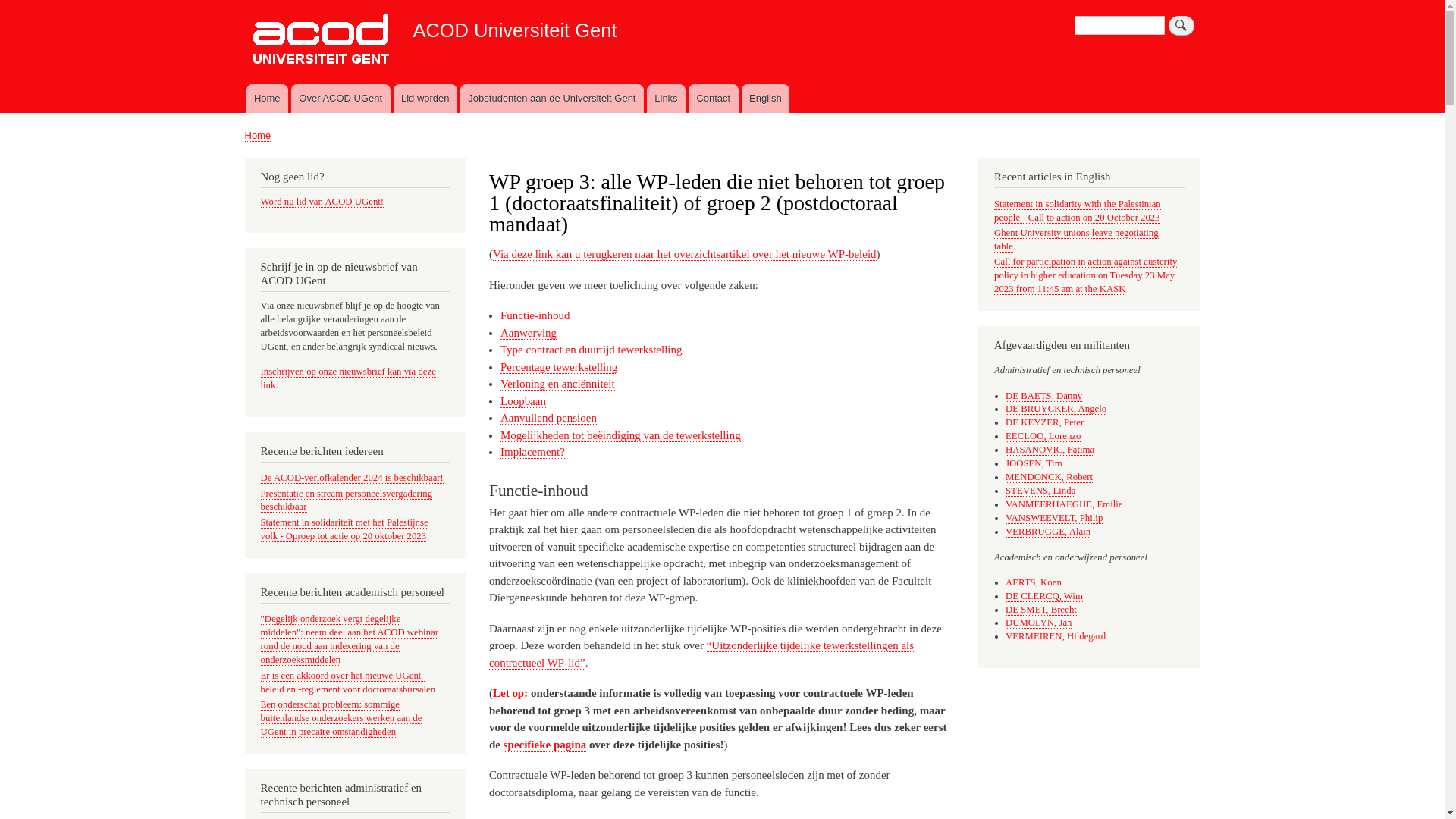 Image resolution: width=1456 pixels, height=819 pixels. Describe the element at coordinates (257, 134) in the screenshot. I see `'Home'` at that location.